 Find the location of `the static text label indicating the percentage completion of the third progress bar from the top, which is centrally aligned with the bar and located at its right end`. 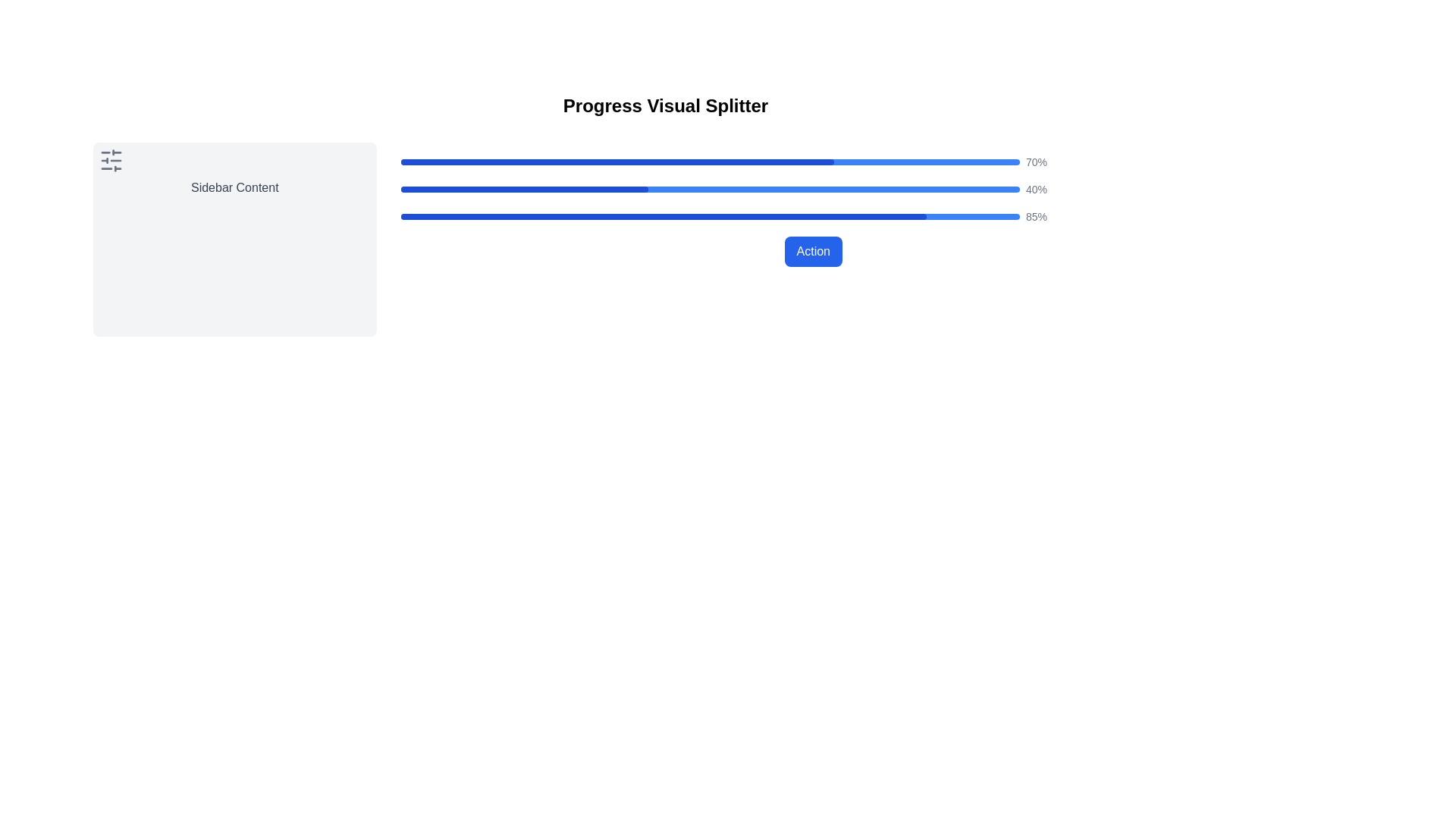

the static text label indicating the percentage completion of the third progress bar from the top, which is centrally aligned with the bar and located at its right end is located at coordinates (1035, 216).